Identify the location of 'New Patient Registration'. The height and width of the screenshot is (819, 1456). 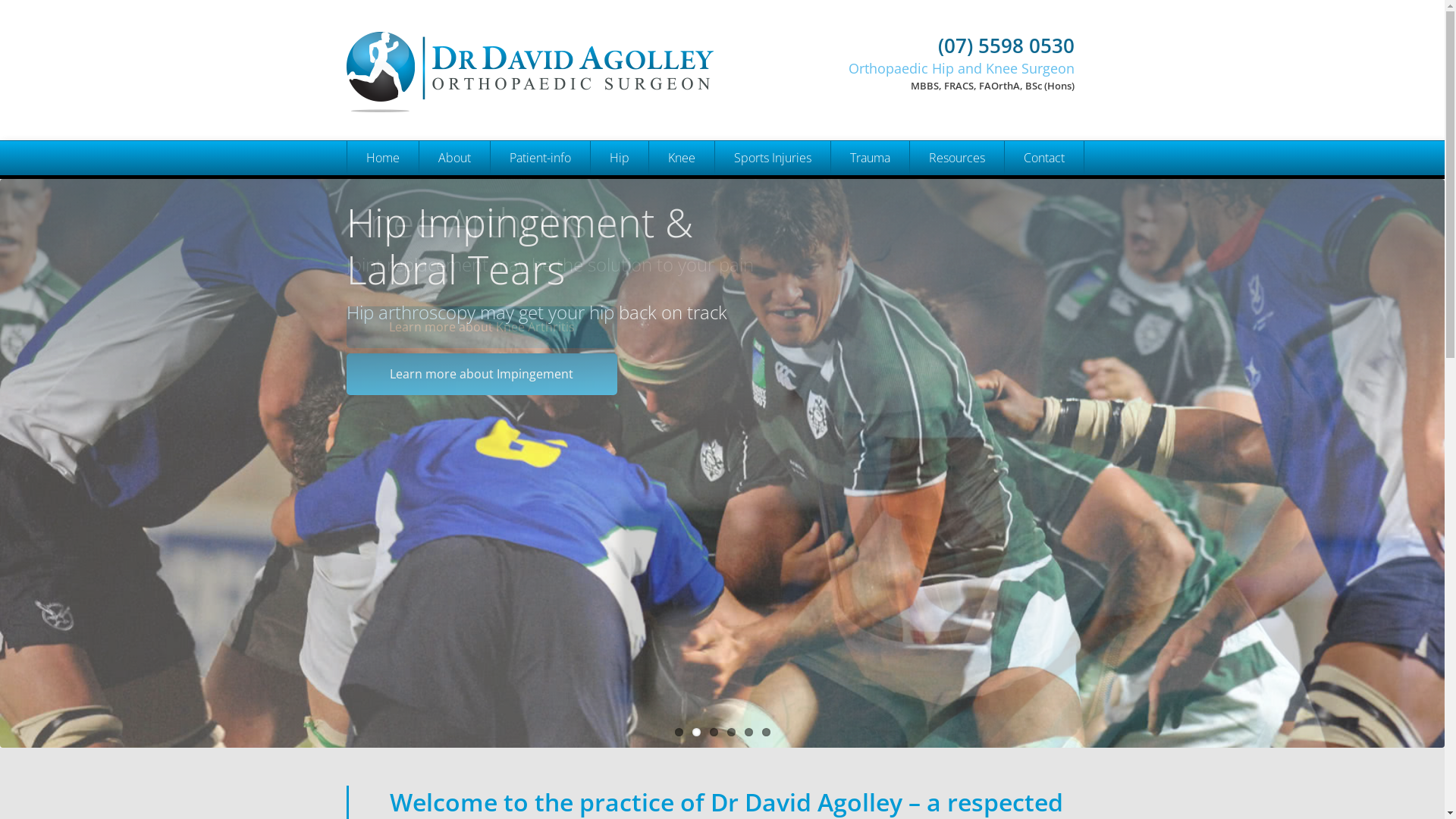
(490, 294).